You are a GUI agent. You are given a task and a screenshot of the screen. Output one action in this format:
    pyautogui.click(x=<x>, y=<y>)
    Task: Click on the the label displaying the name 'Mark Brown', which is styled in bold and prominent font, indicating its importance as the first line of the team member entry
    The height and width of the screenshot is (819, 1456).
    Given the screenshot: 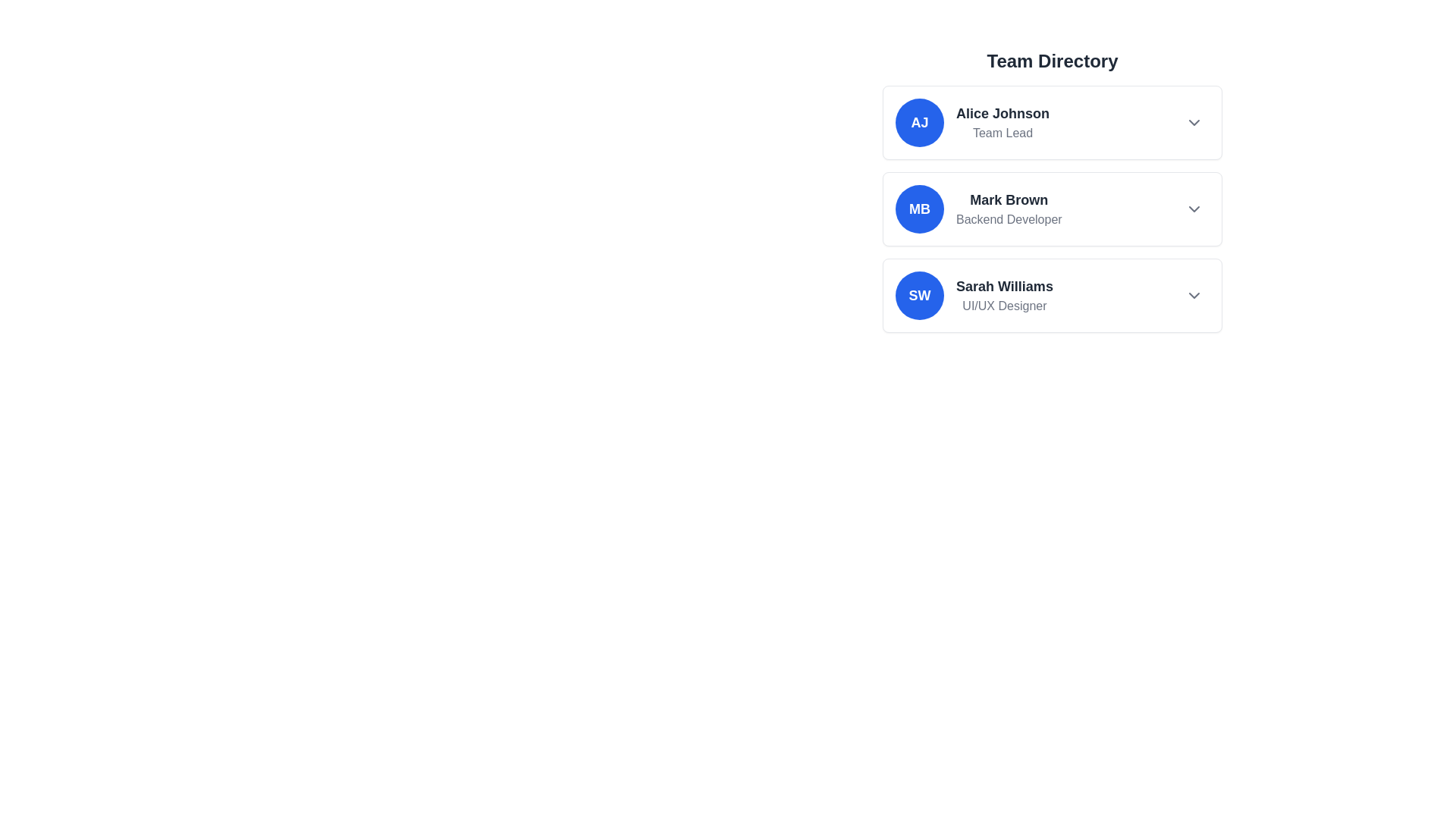 What is the action you would take?
    pyautogui.click(x=1009, y=199)
    